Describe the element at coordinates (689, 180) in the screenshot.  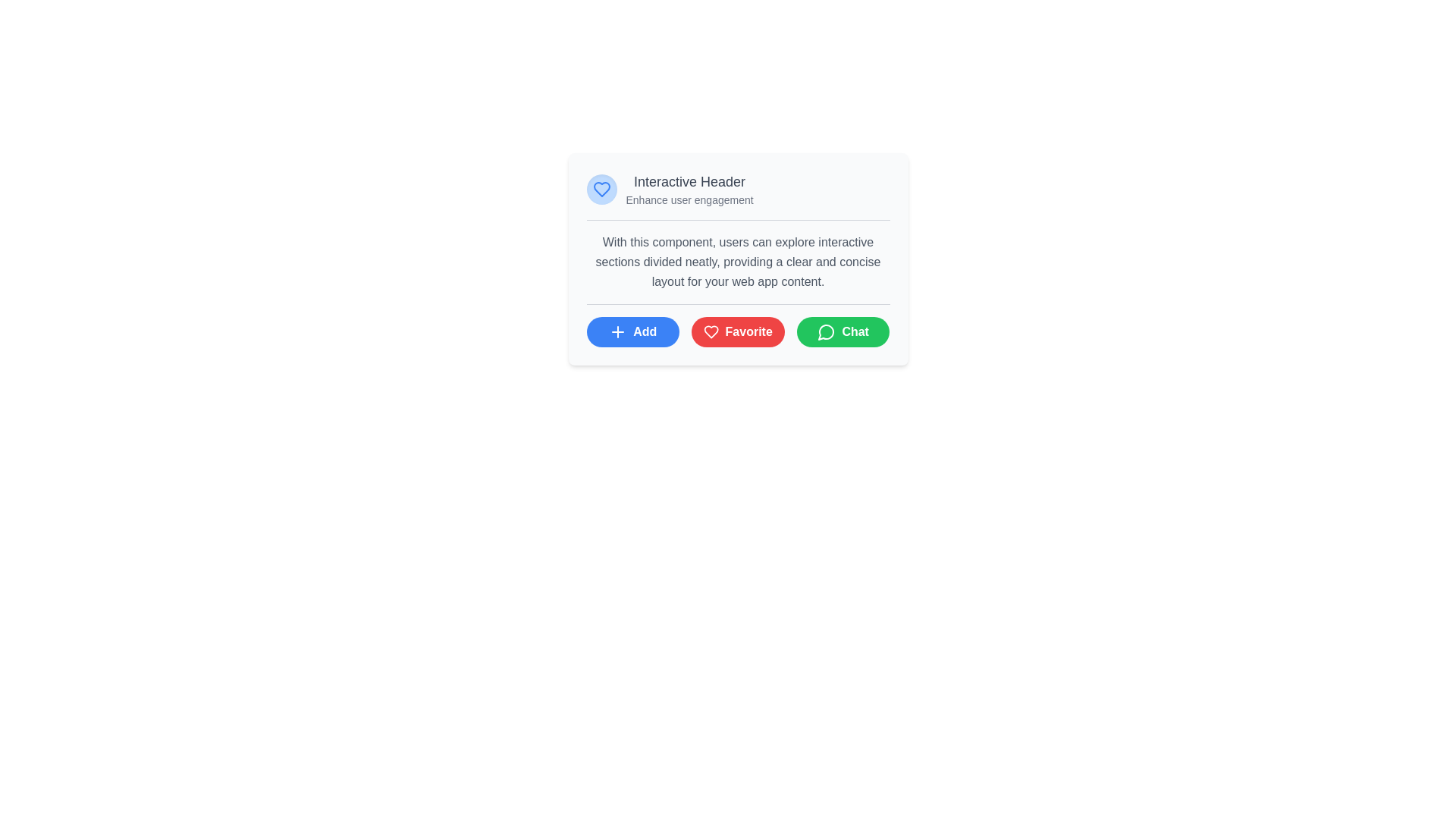
I see `the text label that reads 'Interactive Header', which is prominently styled and located at the top of its card-like section` at that location.